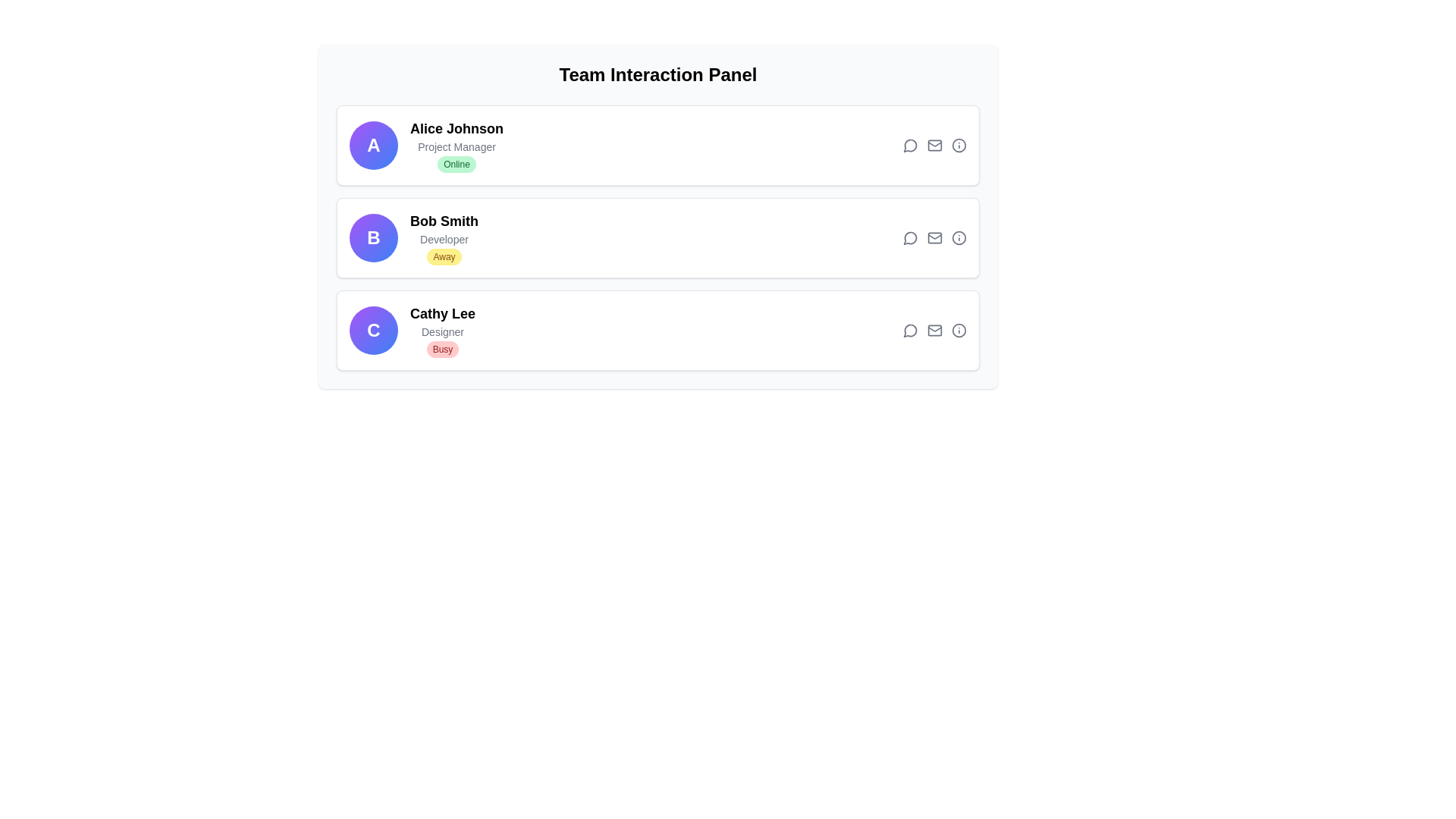  Describe the element at coordinates (658, 329) in the screenshot. I see `the interactive profile card of the user in the team interaction panel, which is the third element in the vertical list showing user details` at that location.